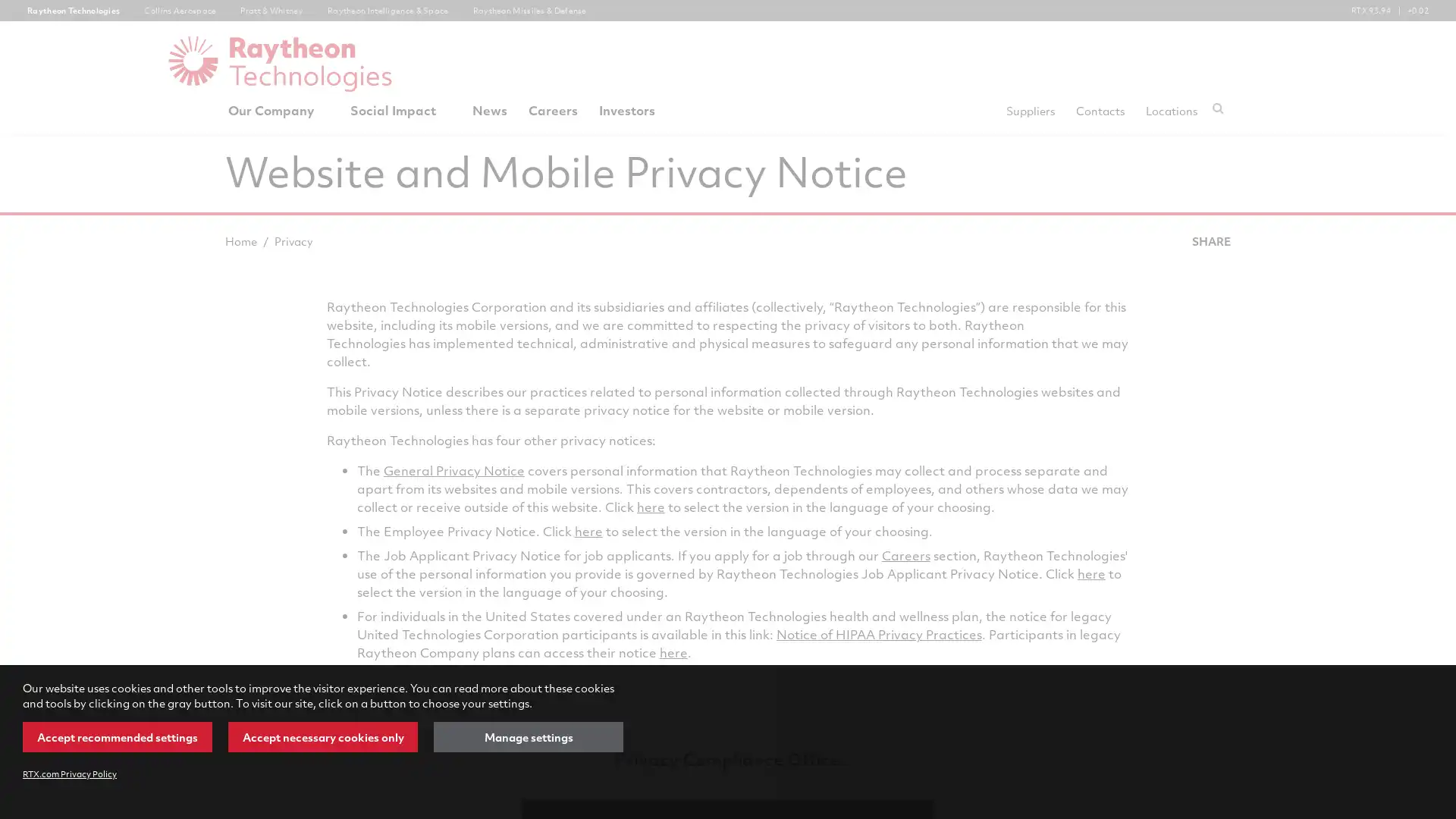 This screenshot has height=819, width=1456. Describe the element at coordinates (1210, 240) in the screenshot. I see `SHARE` at that location.